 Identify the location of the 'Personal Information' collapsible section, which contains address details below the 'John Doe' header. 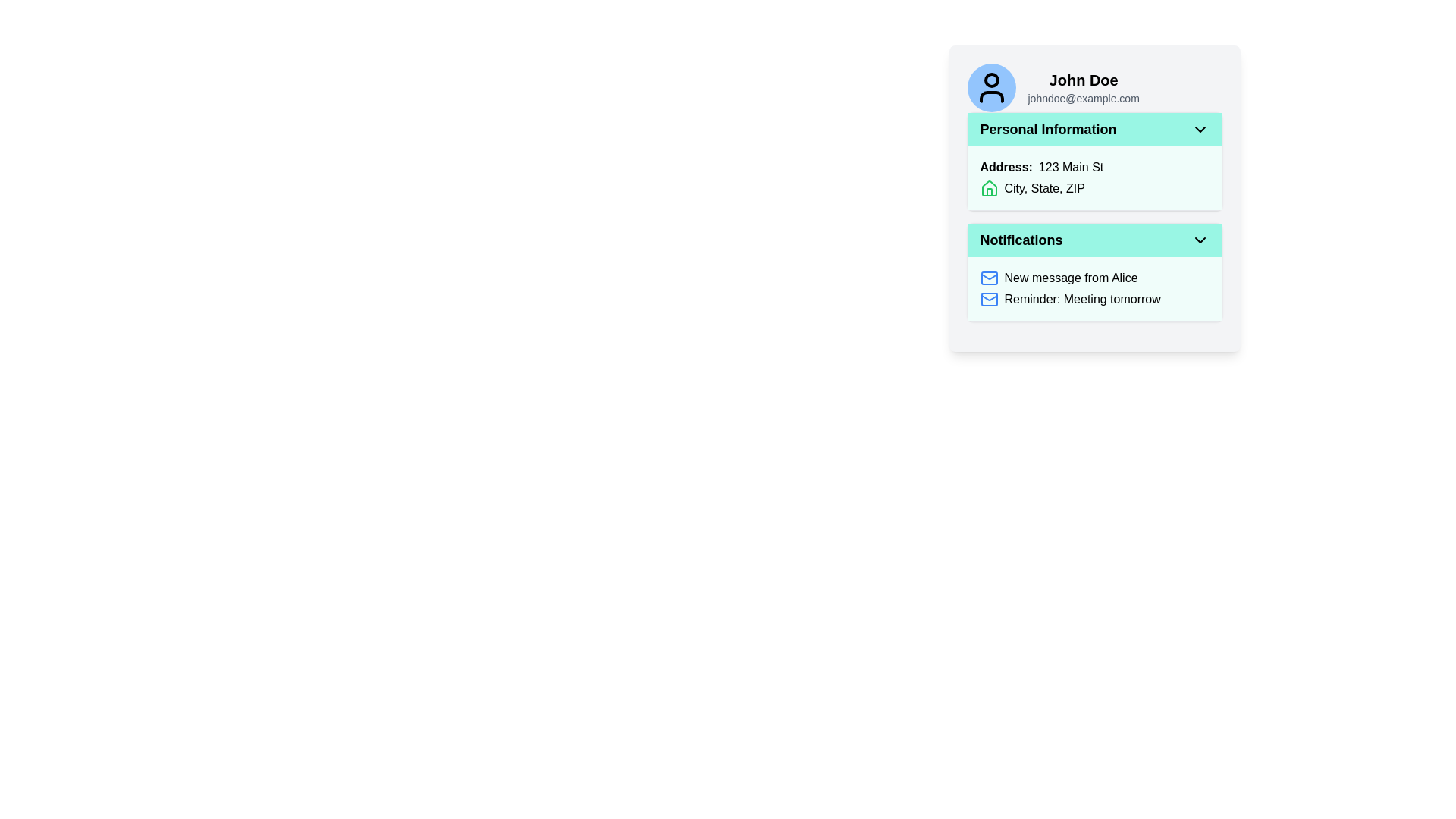
(1094, 161).